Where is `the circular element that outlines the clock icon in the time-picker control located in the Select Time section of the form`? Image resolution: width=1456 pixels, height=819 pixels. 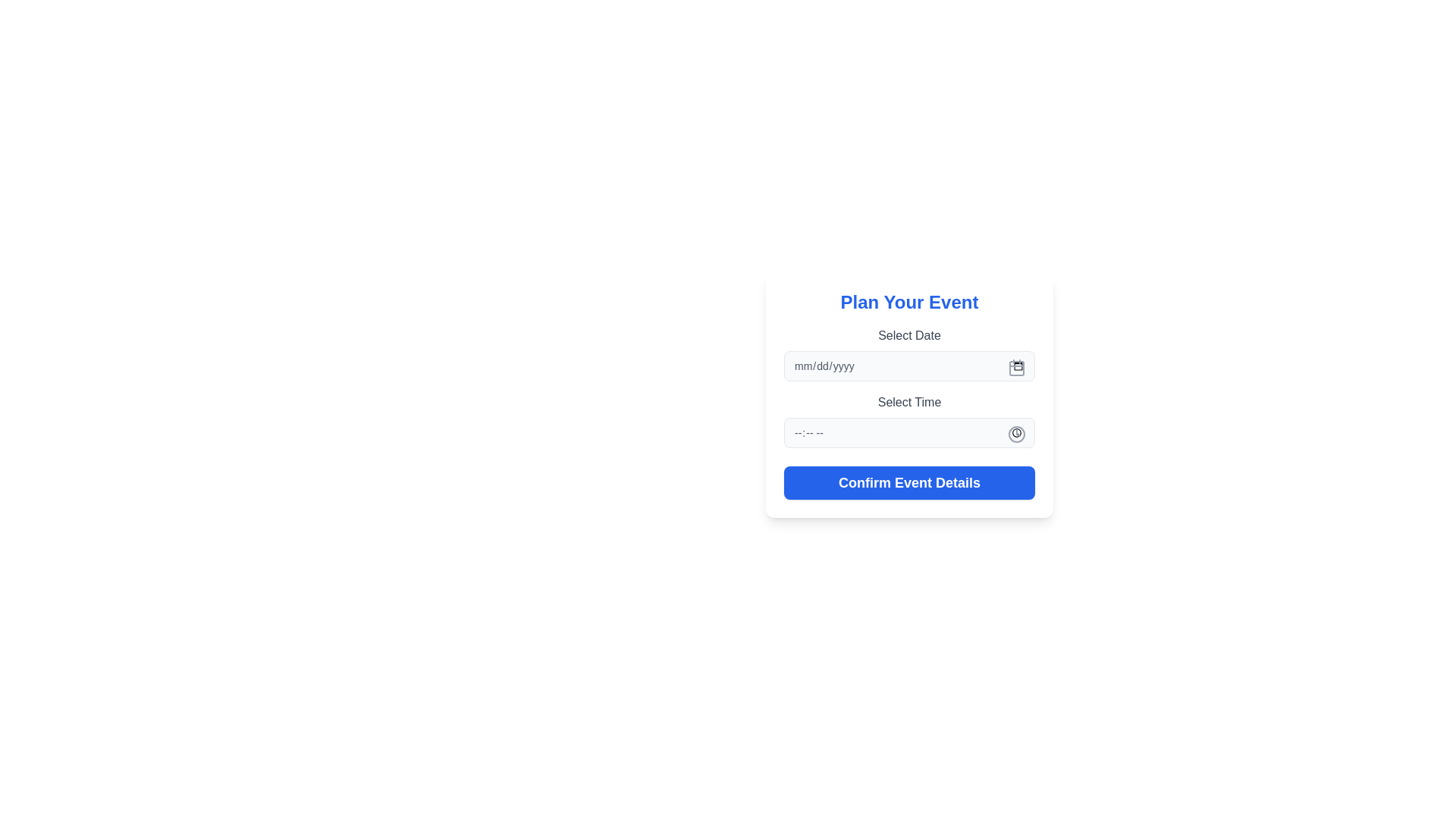
the circular element that outlines the clock icon in the time-picker control located in the Select Time section of the form is located at coordinates (1016, 435).